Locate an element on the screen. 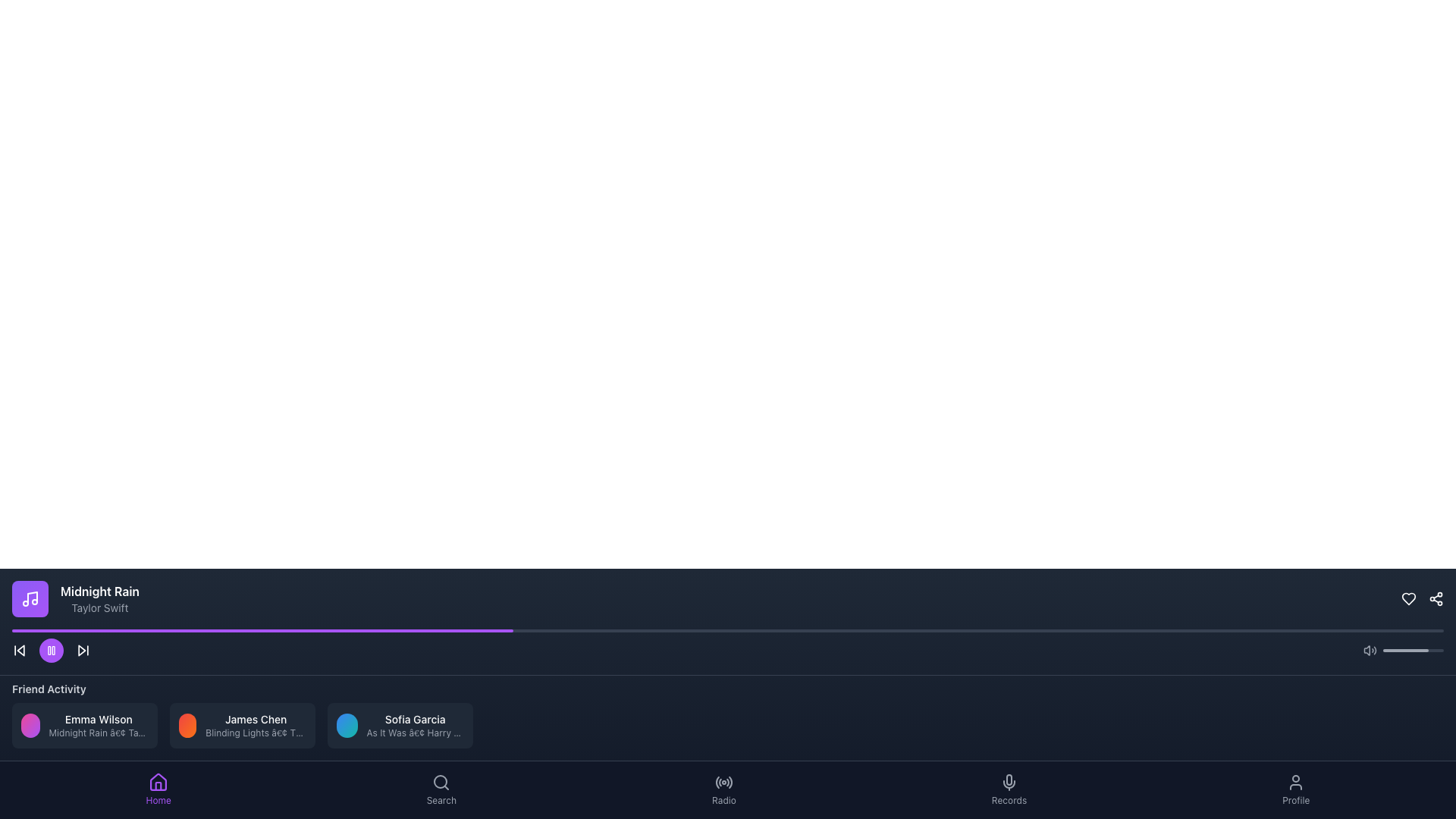 The image size is (1456, 819). the heart icon located in the top-right corner of the navigation bar to favorite the content is located at coordinates (1407, 598).